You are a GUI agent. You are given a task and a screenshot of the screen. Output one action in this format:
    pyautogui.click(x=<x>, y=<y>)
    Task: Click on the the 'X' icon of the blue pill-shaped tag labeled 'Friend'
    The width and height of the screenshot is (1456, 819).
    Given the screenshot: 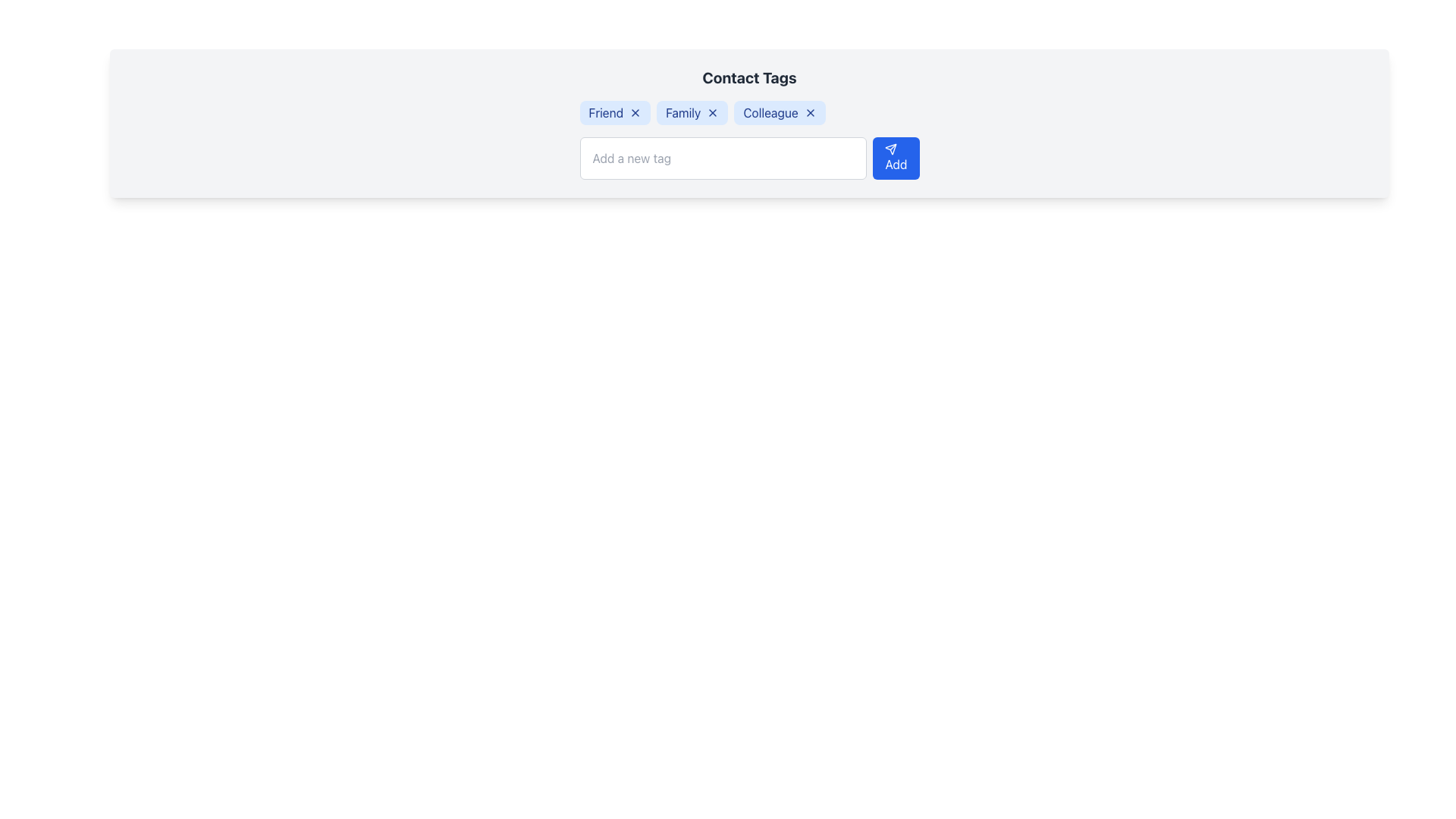 What is the action you would take?
    pyautogui.click(x=615, y=112)
    